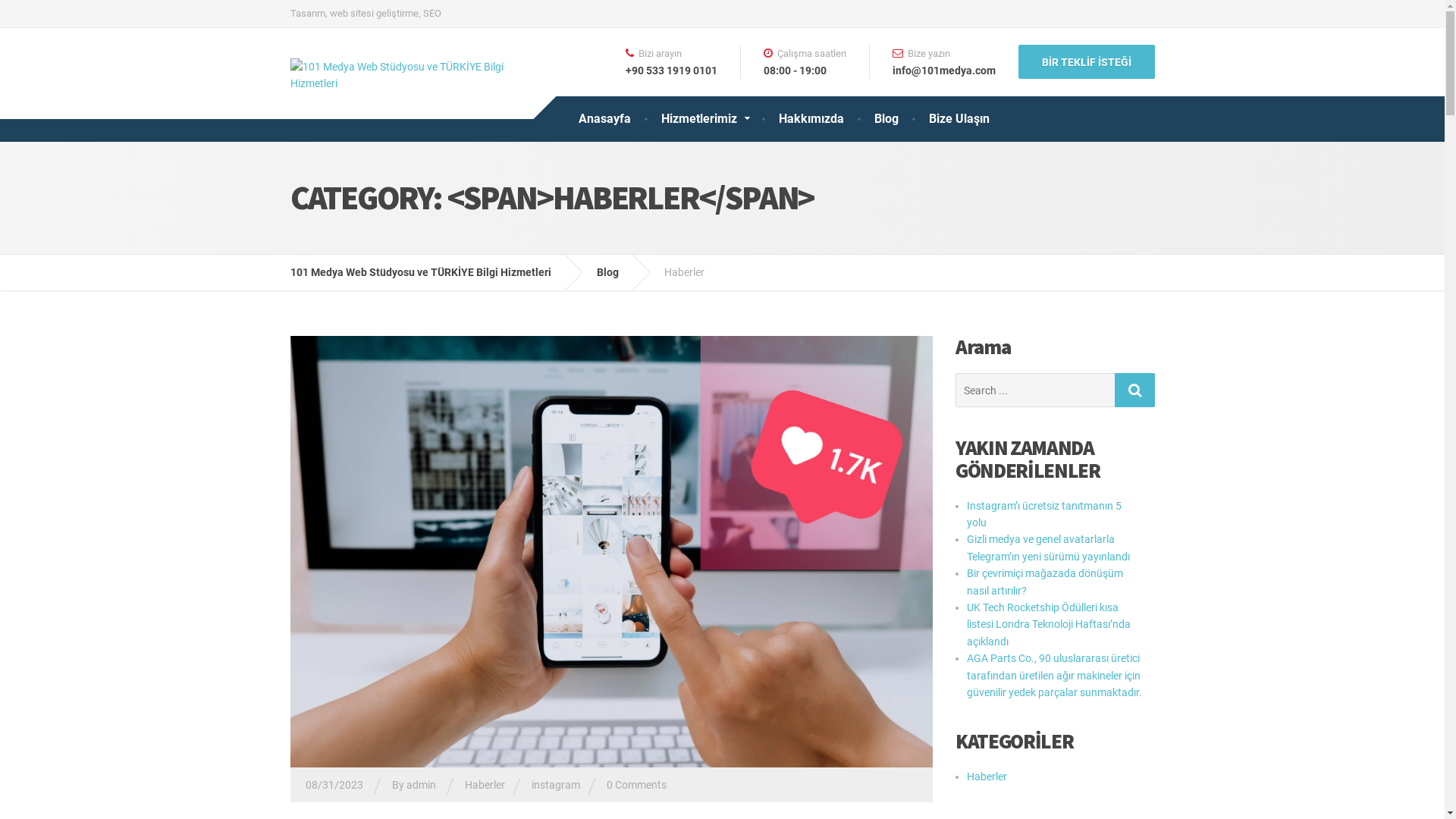 This screenshot has height=819, width=1456. I want to click on 'instagram', so click(554, 784).